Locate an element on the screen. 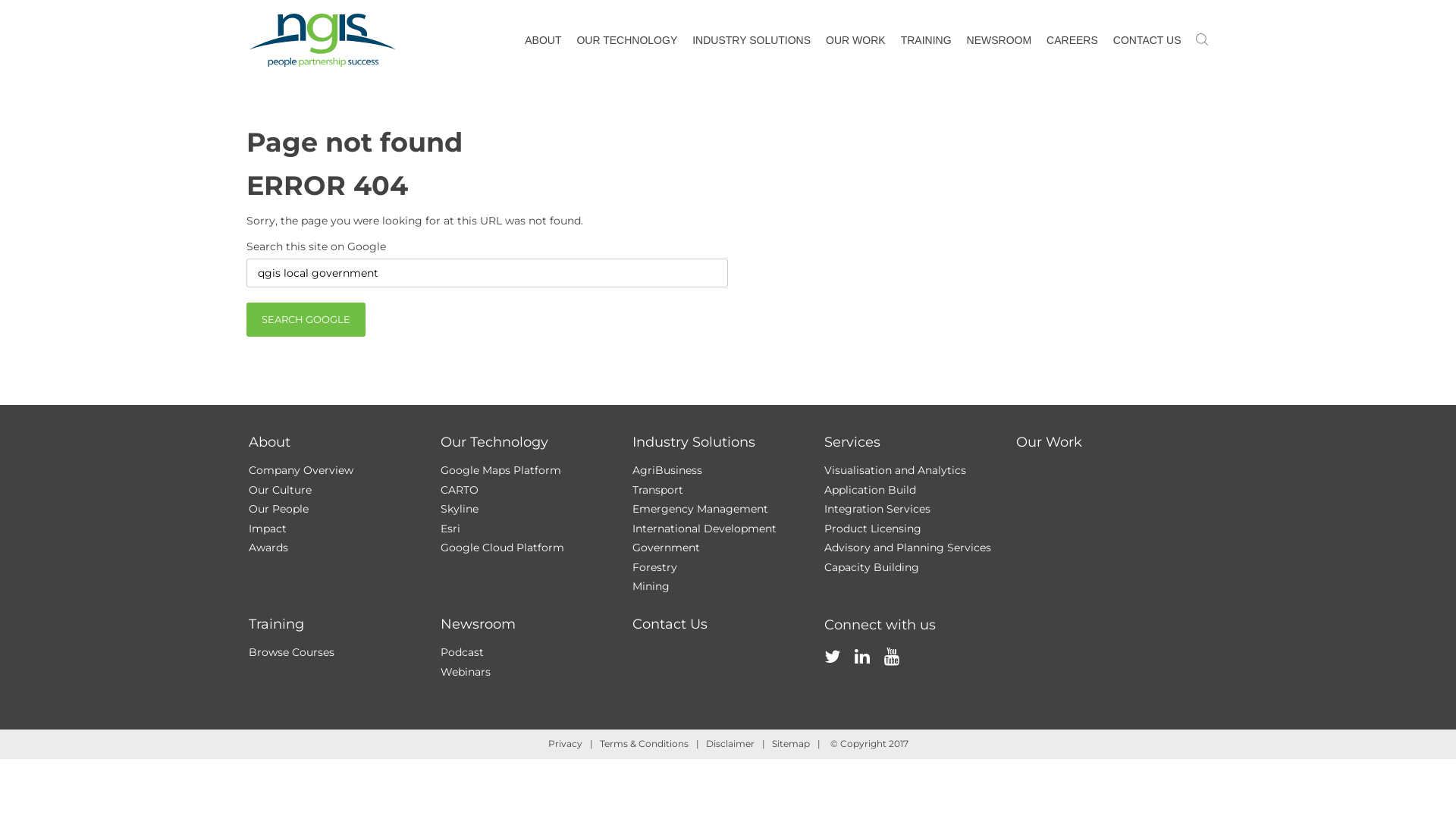 This screenshot has height=819, width=1456. 'CONTACT US' is located at coordinates (1147, 39).